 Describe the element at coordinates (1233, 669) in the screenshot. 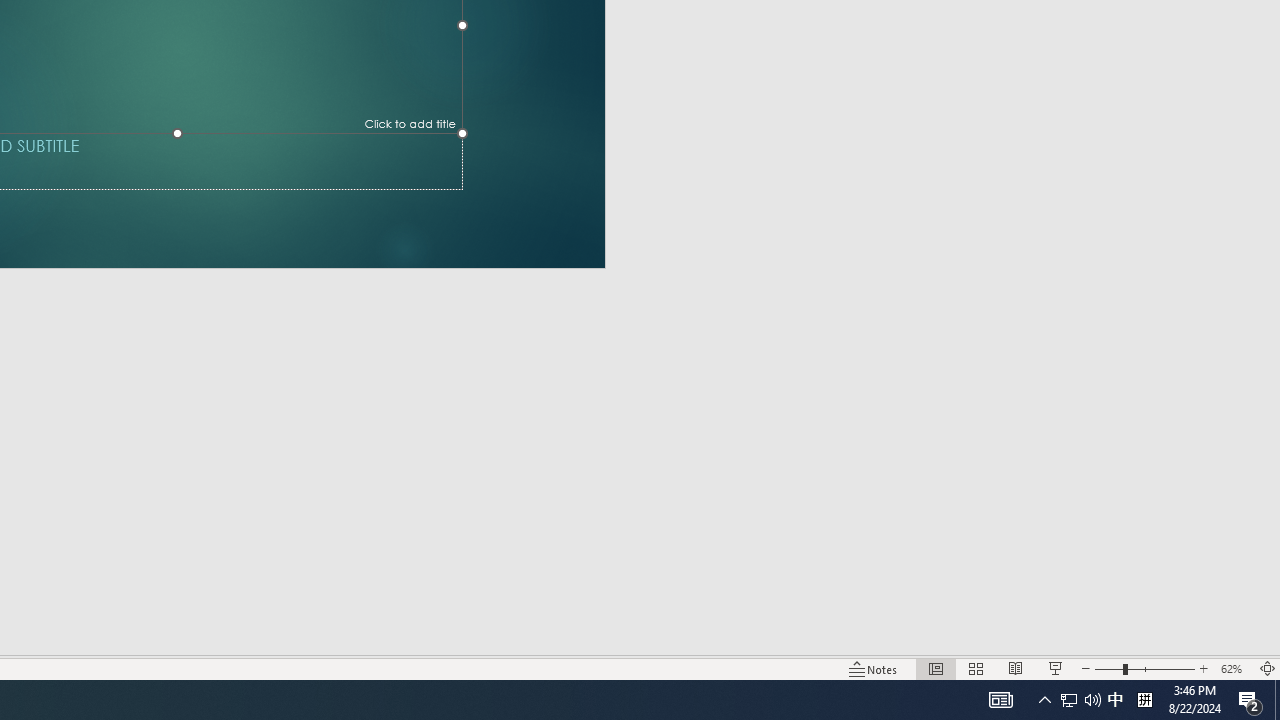

I see `'Zoom 62%'` at that location.